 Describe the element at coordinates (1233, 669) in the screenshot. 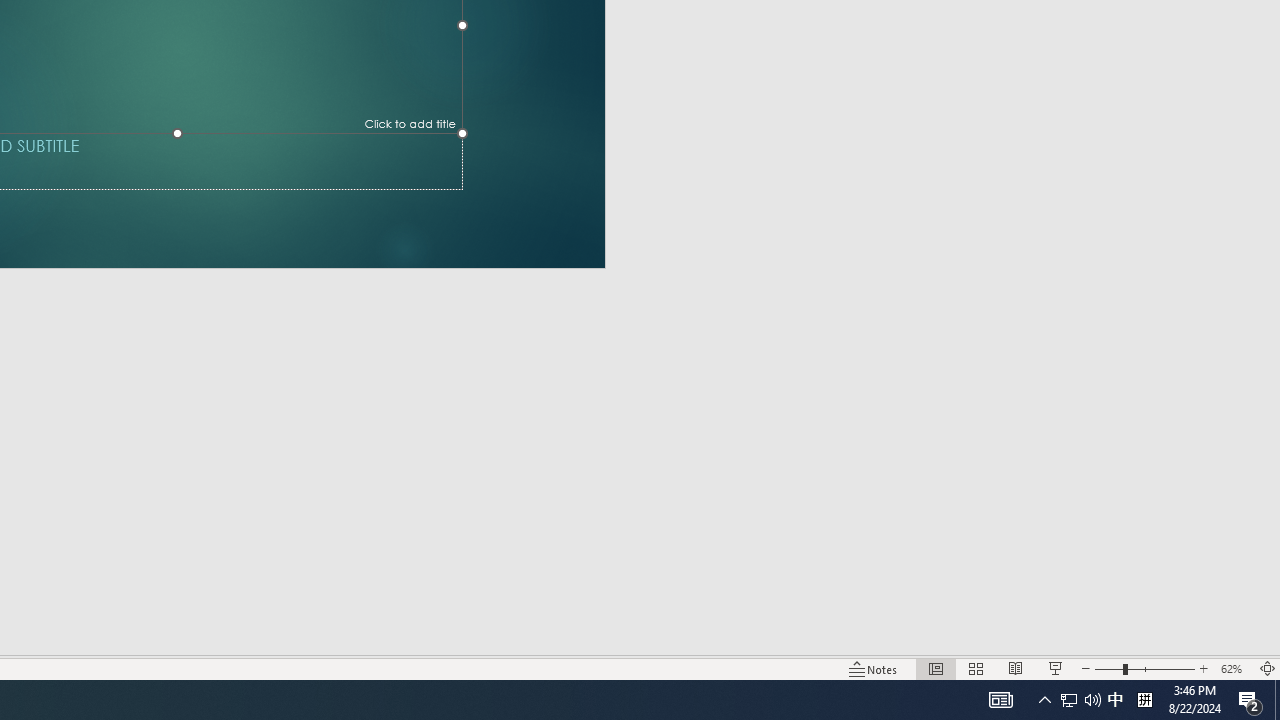

I see `'Zoom 62%'` at that location.